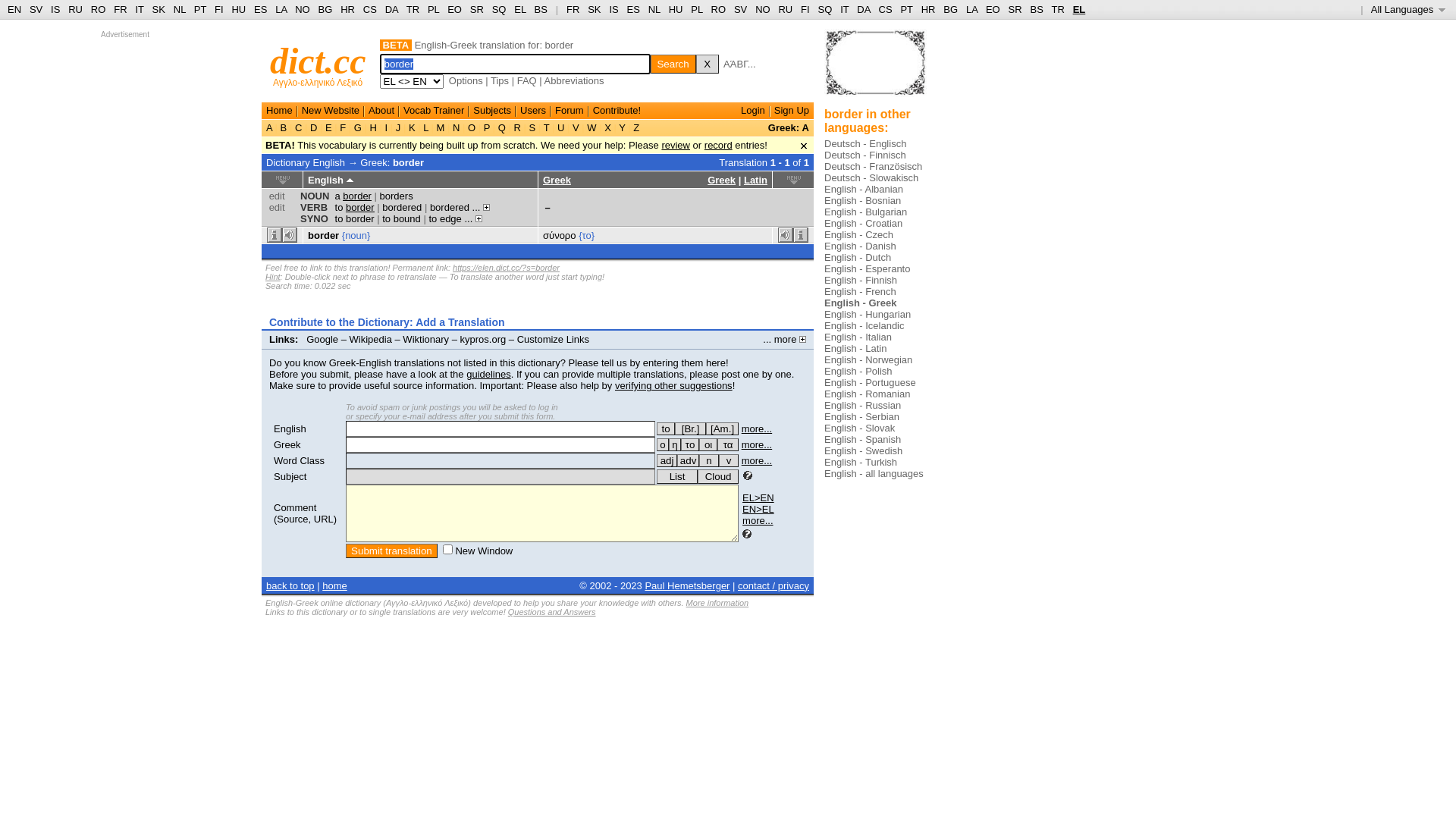 This screenshot has height=819, width=1456. I want to click on 'verifying other suggestions', so click(673, 384).